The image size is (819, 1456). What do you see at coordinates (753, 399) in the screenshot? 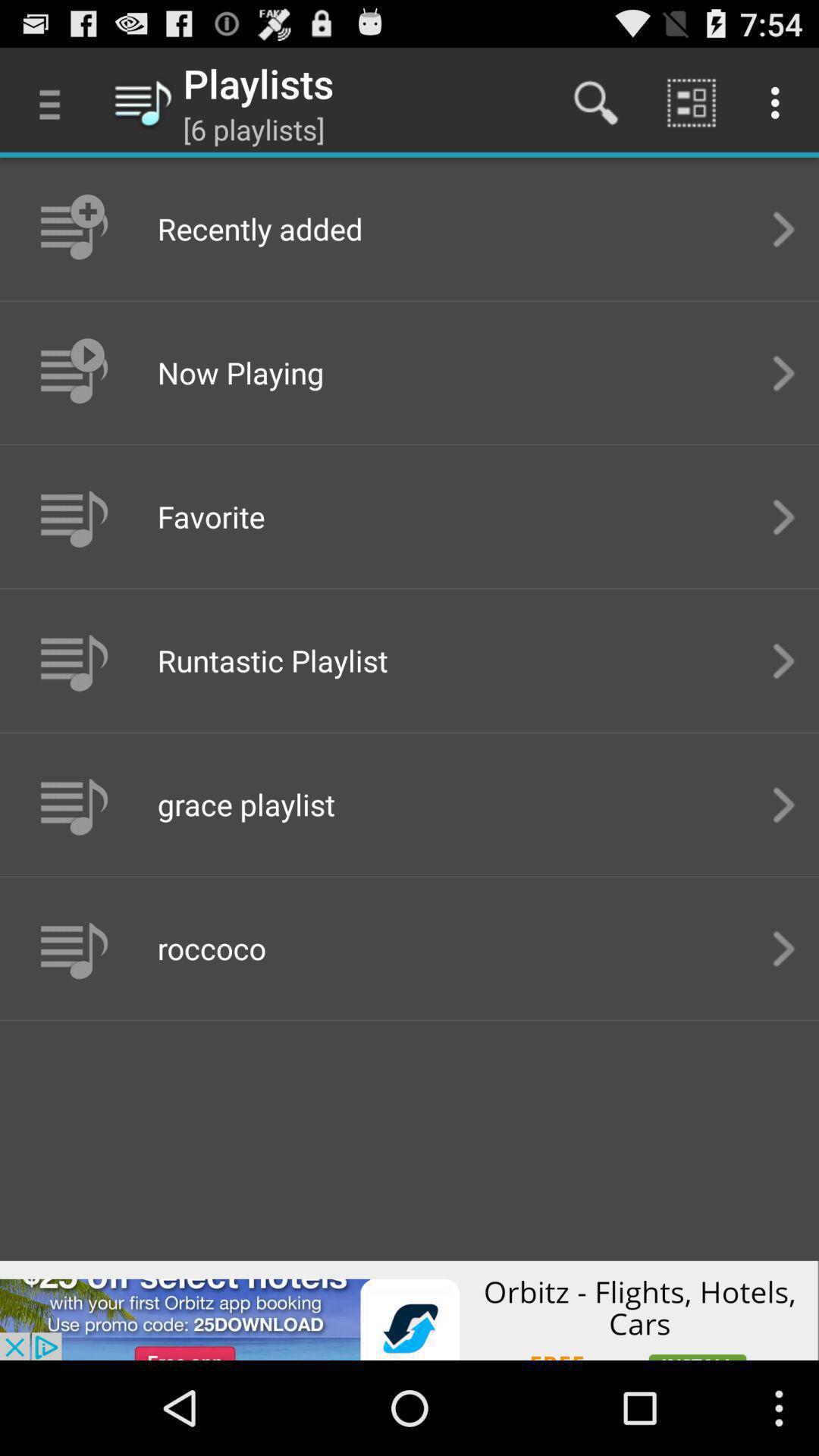
I see `the arrow_forward icon` at bounding box center [753, 399].